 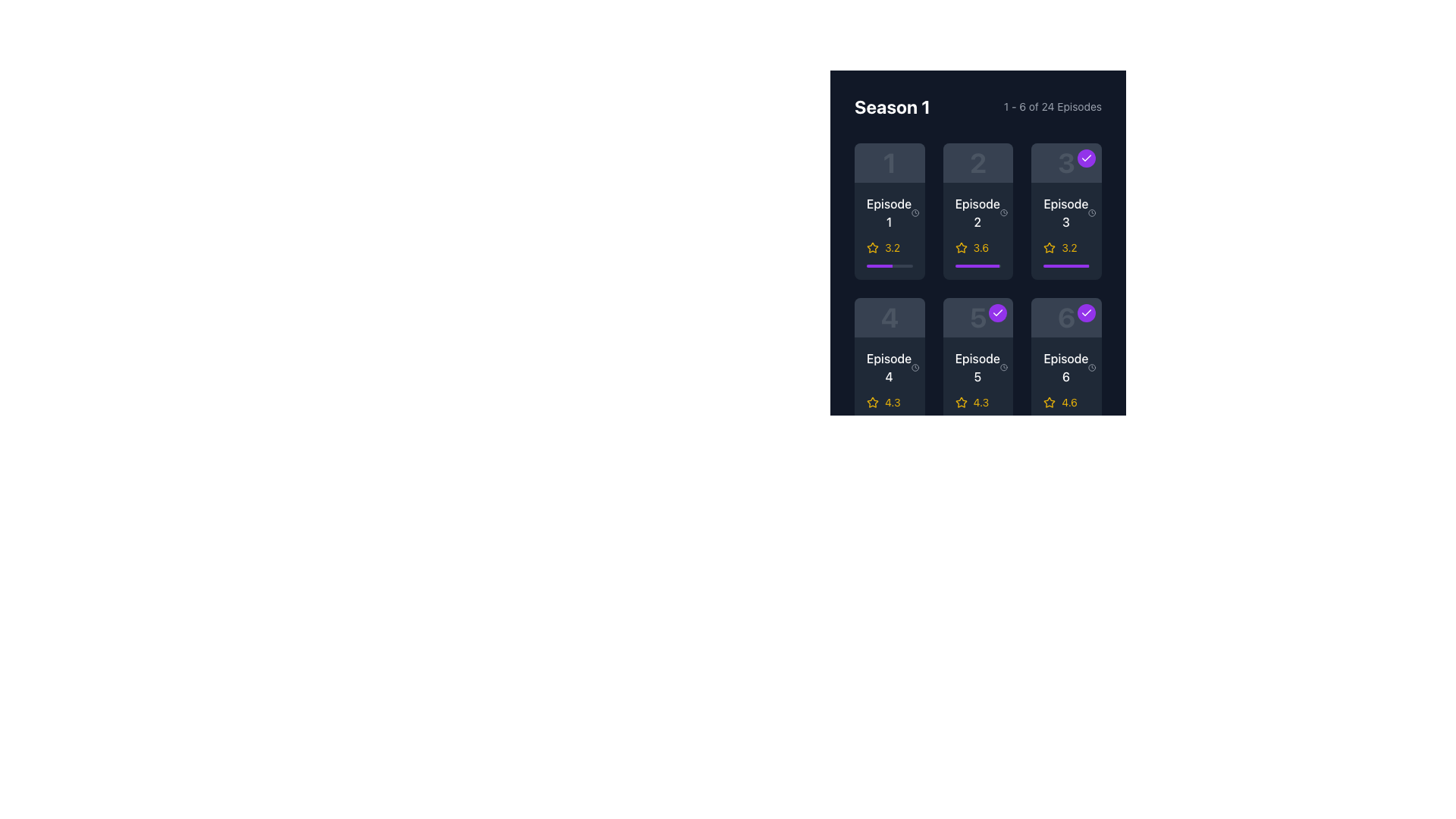 I want to click on text of the episode label indicating 'Episode 3', located in the top-right corner of the episode card, so click(x=1065, y=213).